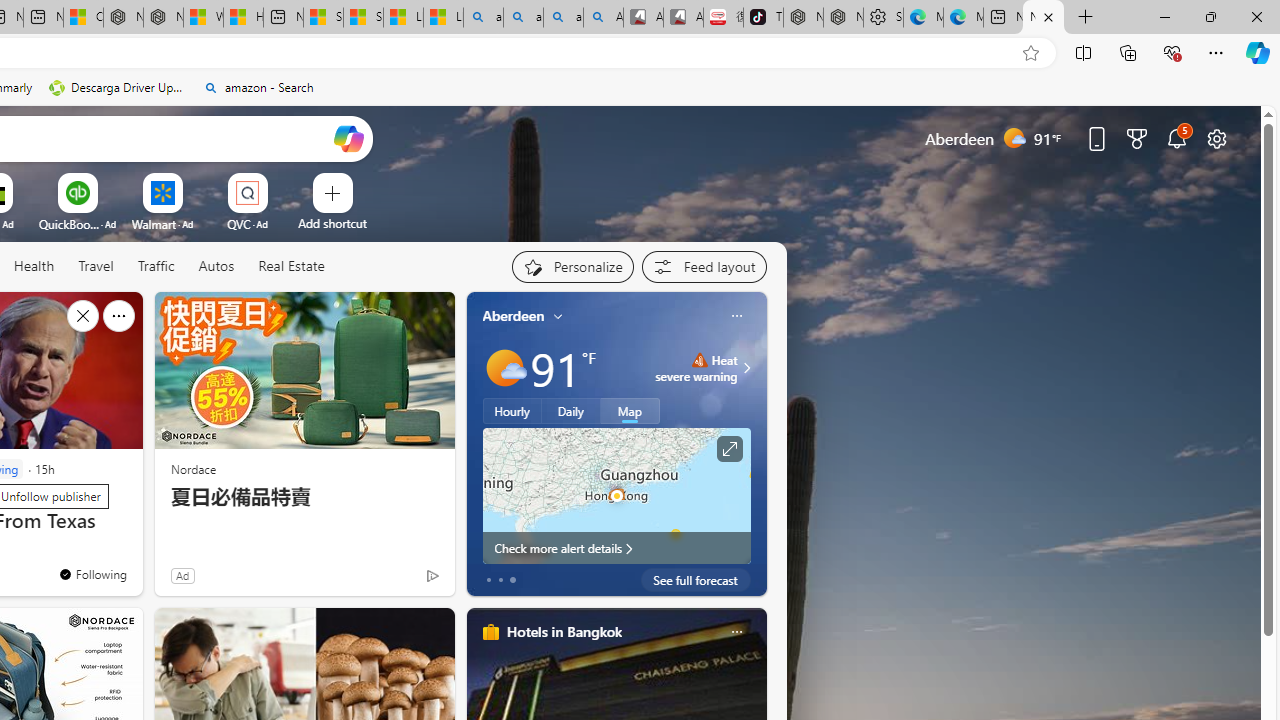 The height and width of the screenshot is (720, 1280). I want to click on 'Mostly sunny', so click(504, 368).